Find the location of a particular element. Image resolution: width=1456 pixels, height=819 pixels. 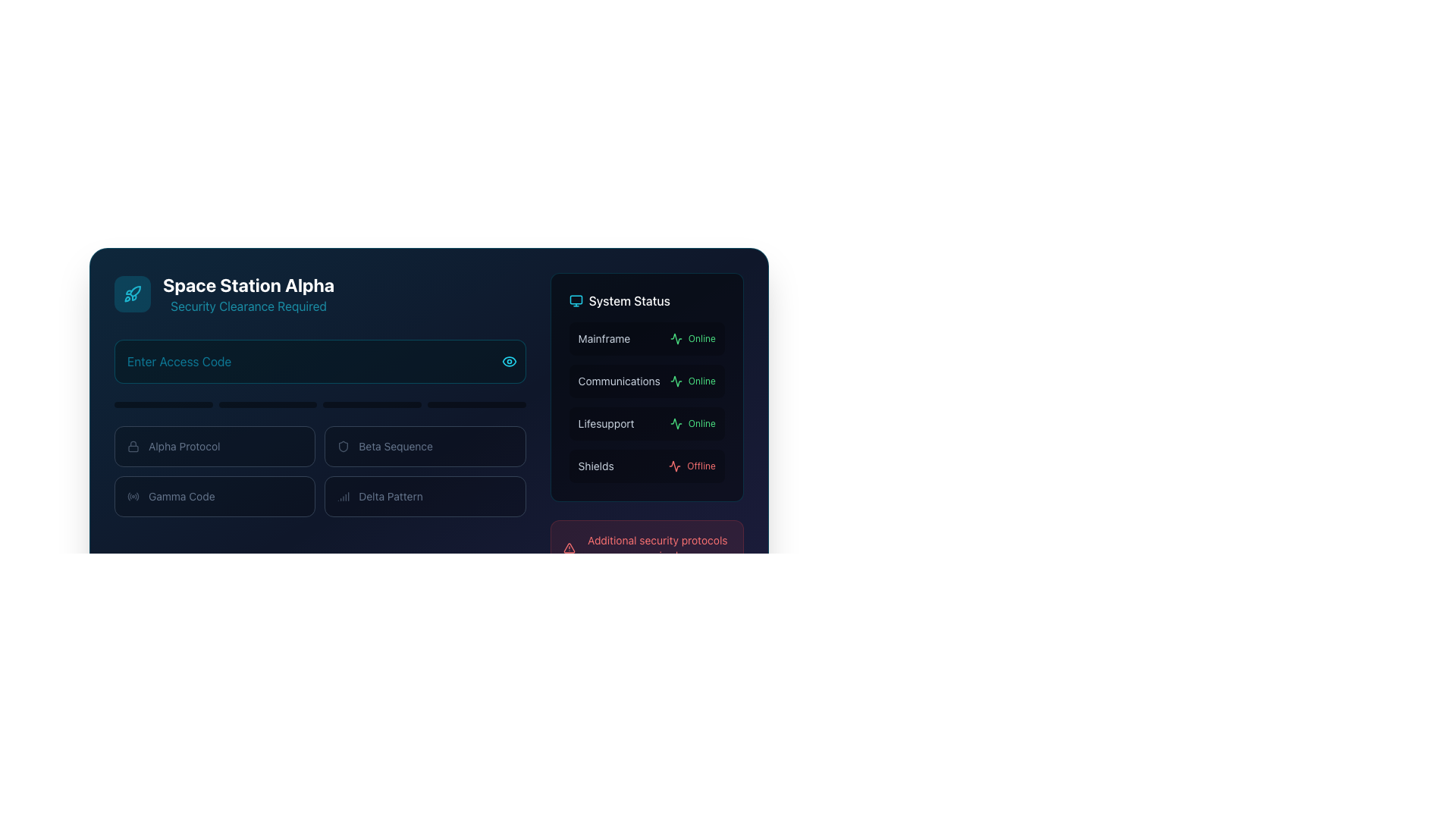

the 'Beta Sequence' button located in the selection grid under the 'Enter Access Code' section, positioned immediately to the right of 'Alpha Protocol' is located at coordinates (425, 446).